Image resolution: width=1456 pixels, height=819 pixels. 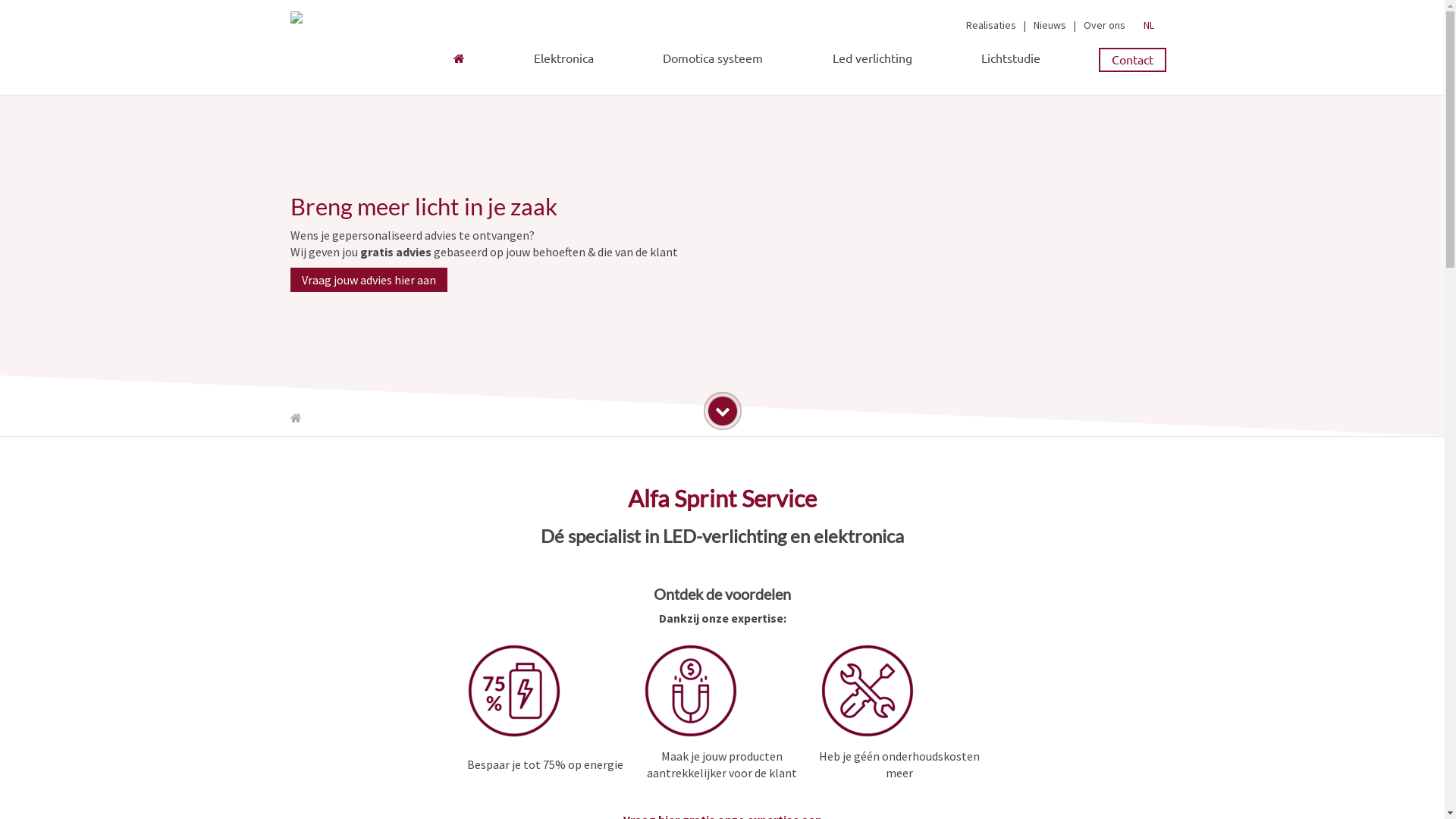 What do you see at coordinates (1048, 25) in the screenshot?
I see `'Nieuws'` at bounding box center [1048, 25].